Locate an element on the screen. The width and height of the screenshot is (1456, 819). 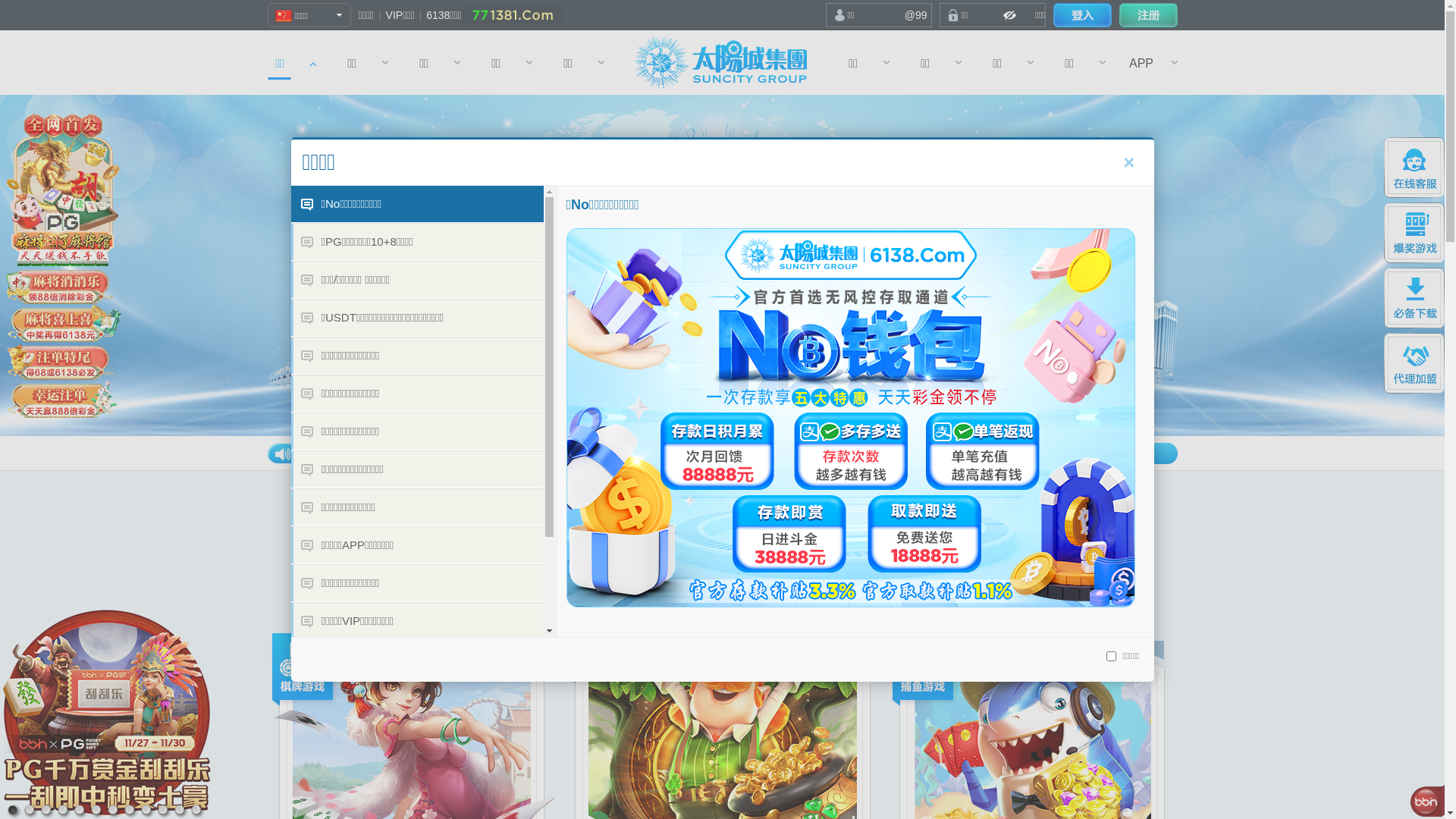
'APP' is located at coordinates (1141, 61).